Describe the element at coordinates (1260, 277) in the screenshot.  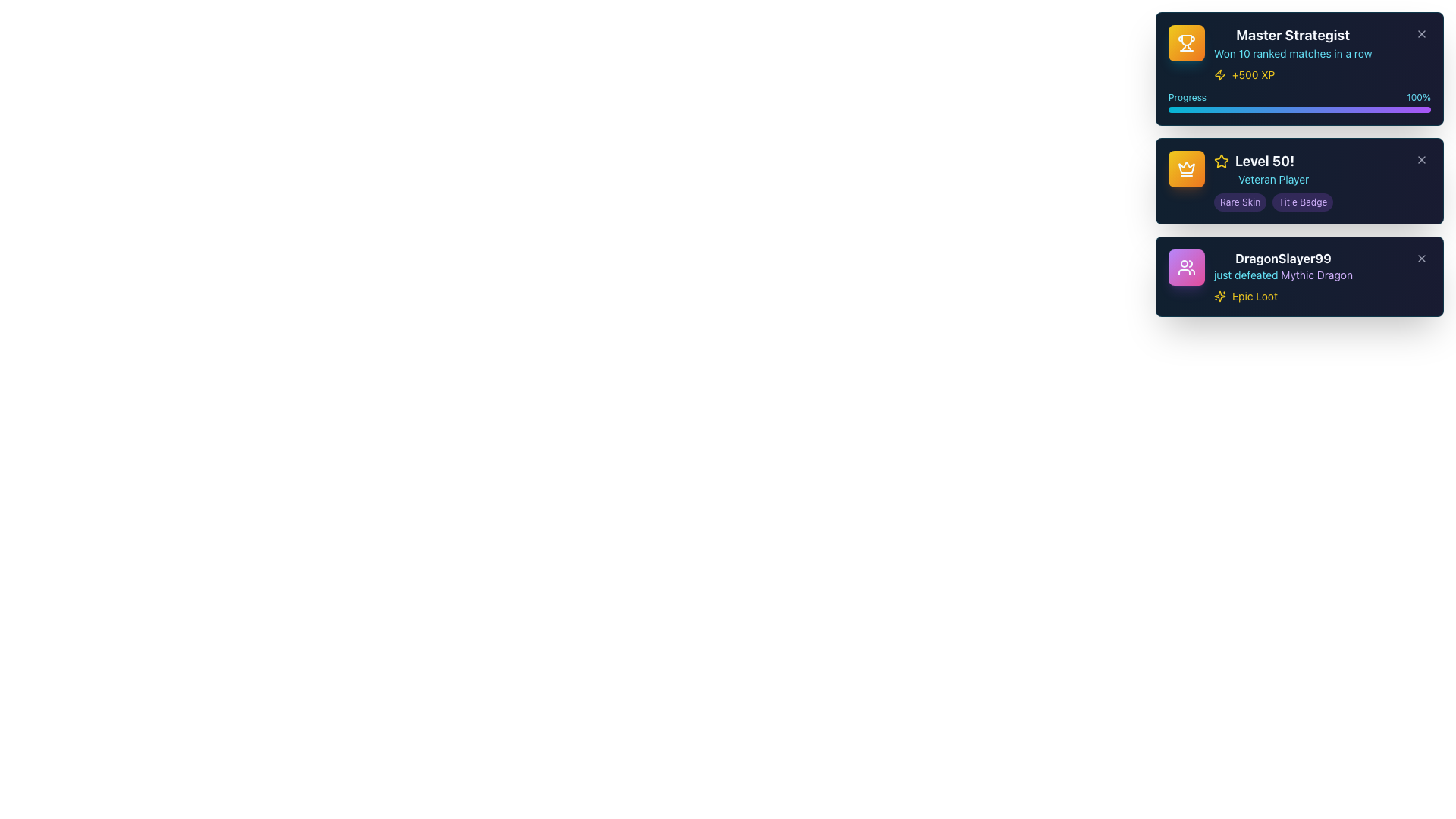
I see `the Notification Card that displays user achievements, located as the bottom-most item in a vertically-stacked list of three cards in the top-right corner of the interface` at that location.